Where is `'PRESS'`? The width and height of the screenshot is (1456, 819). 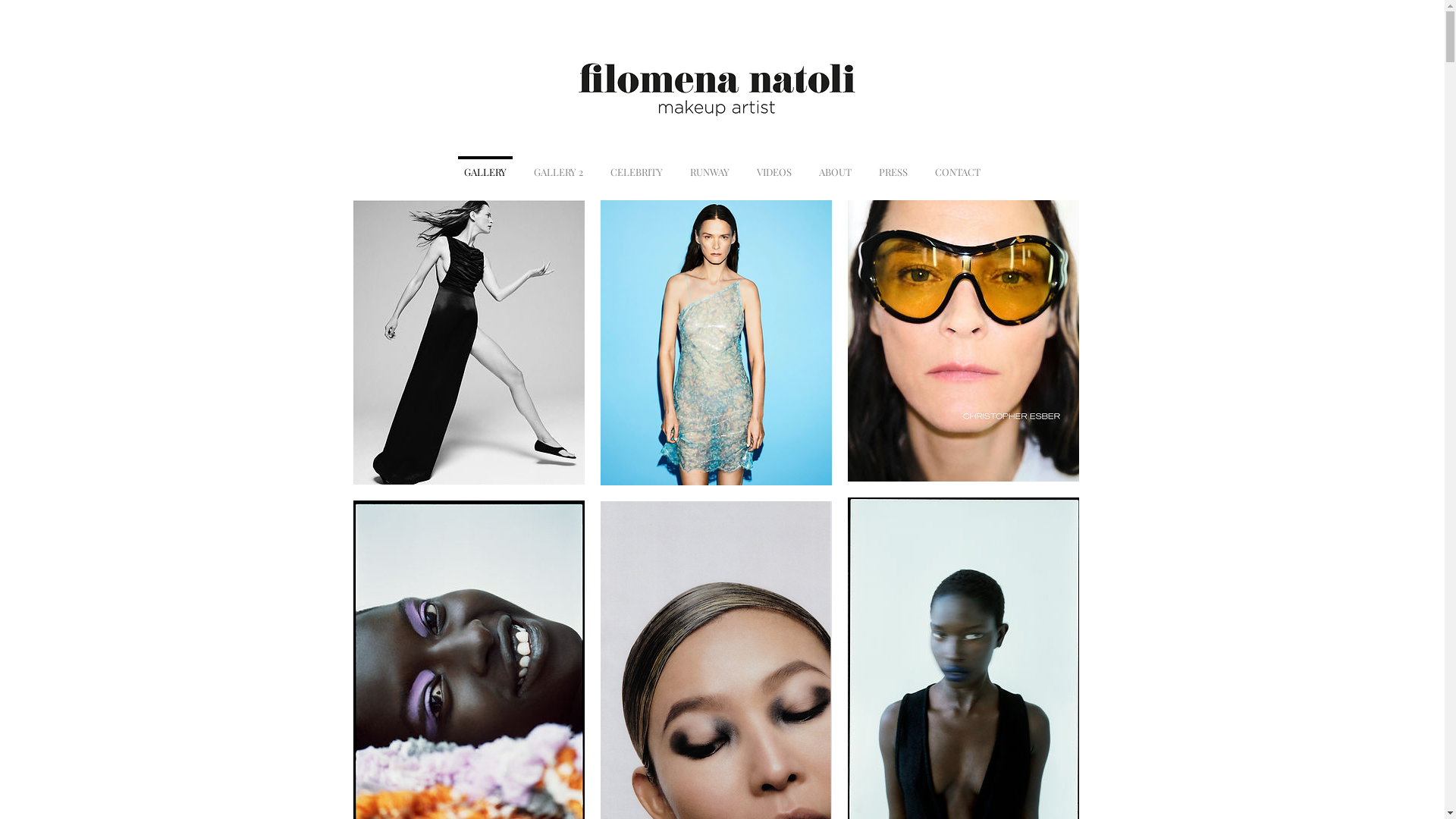 'PRESS' is located at coordinates (893, 165).